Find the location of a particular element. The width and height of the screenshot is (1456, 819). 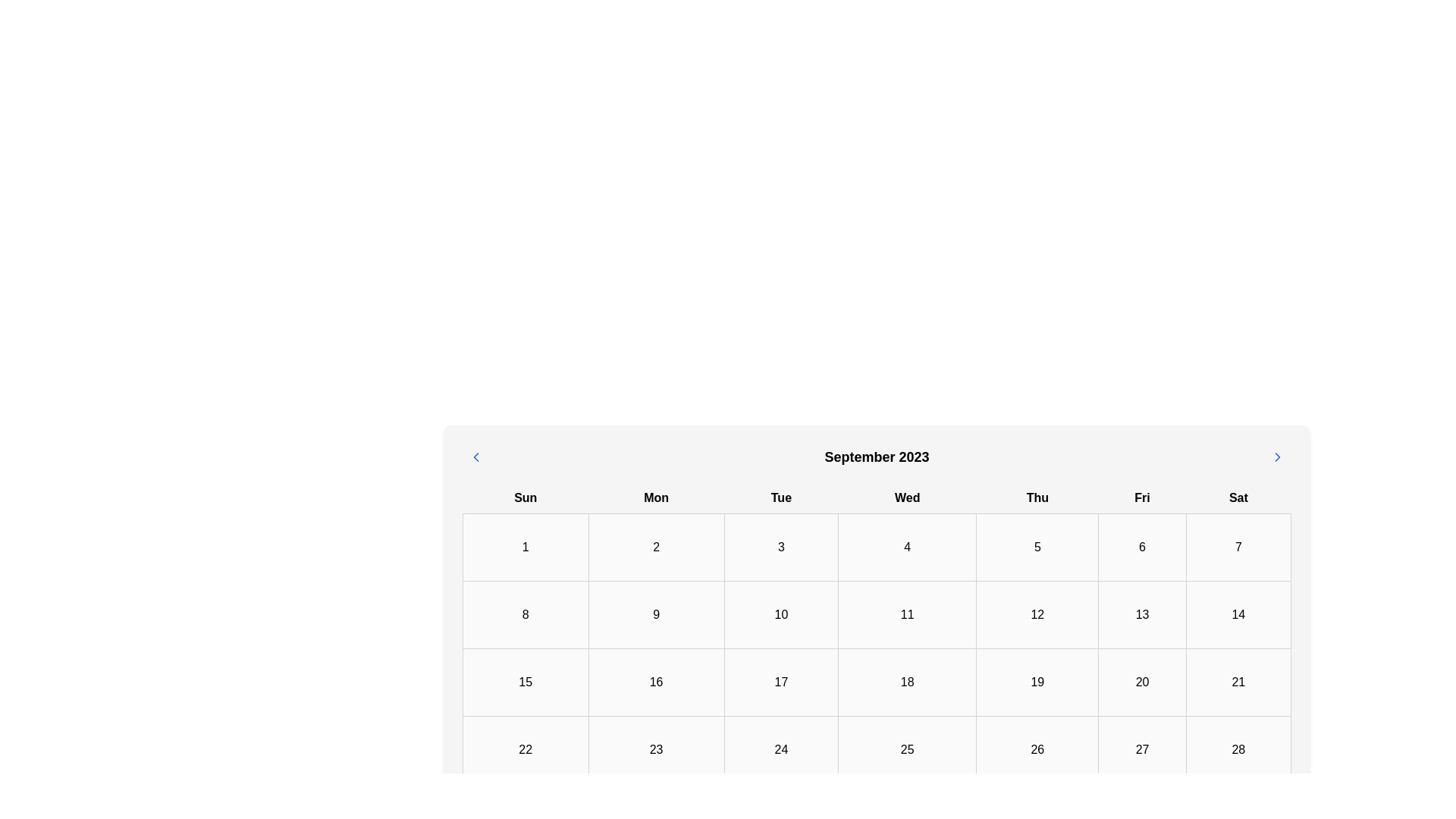

the interactive chevron icon on the left-hand side of the calendar interface is located at coordinates (475, 456).